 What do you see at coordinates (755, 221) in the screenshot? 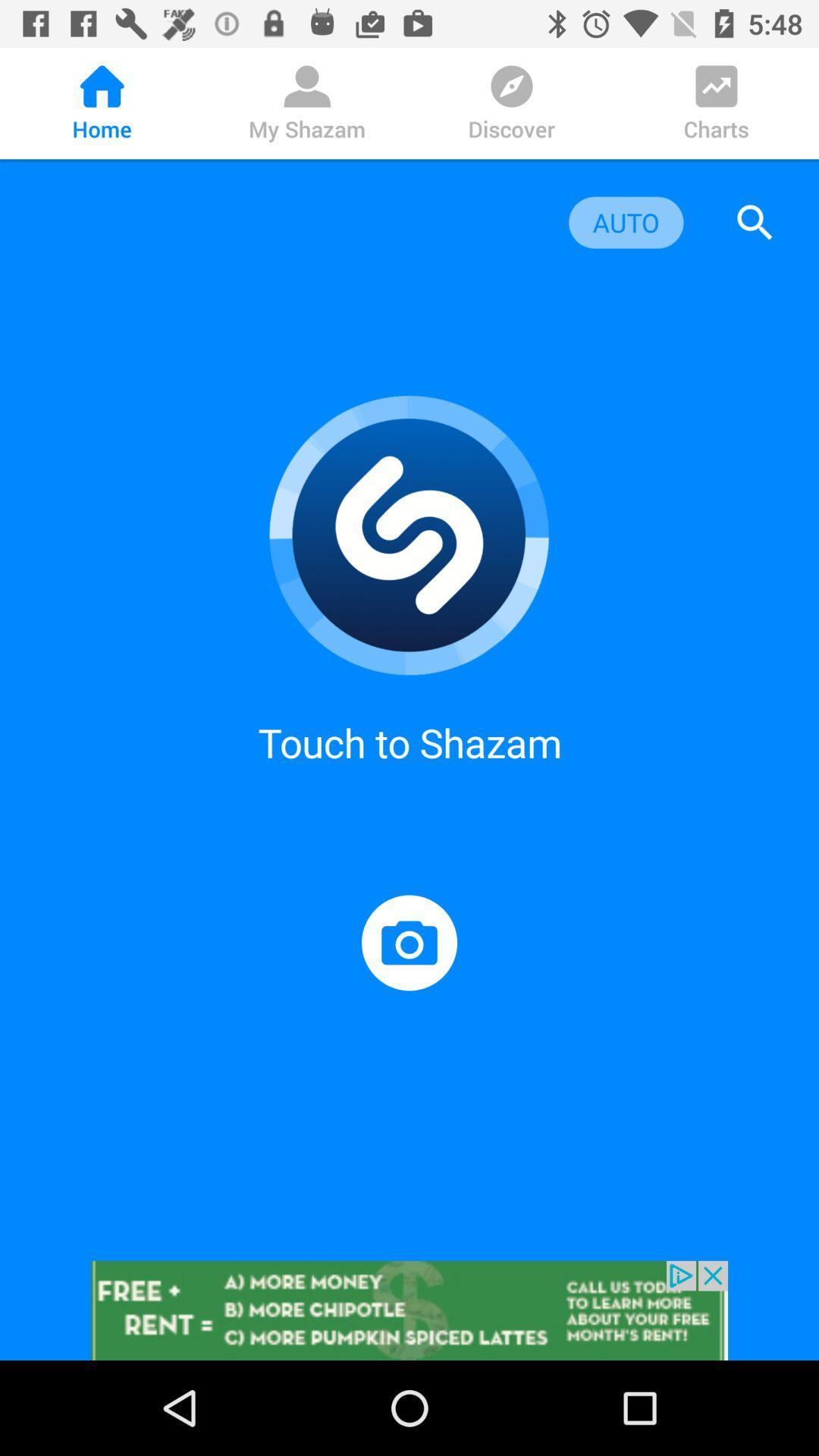
I see `search` at bounding box center [755, 221].